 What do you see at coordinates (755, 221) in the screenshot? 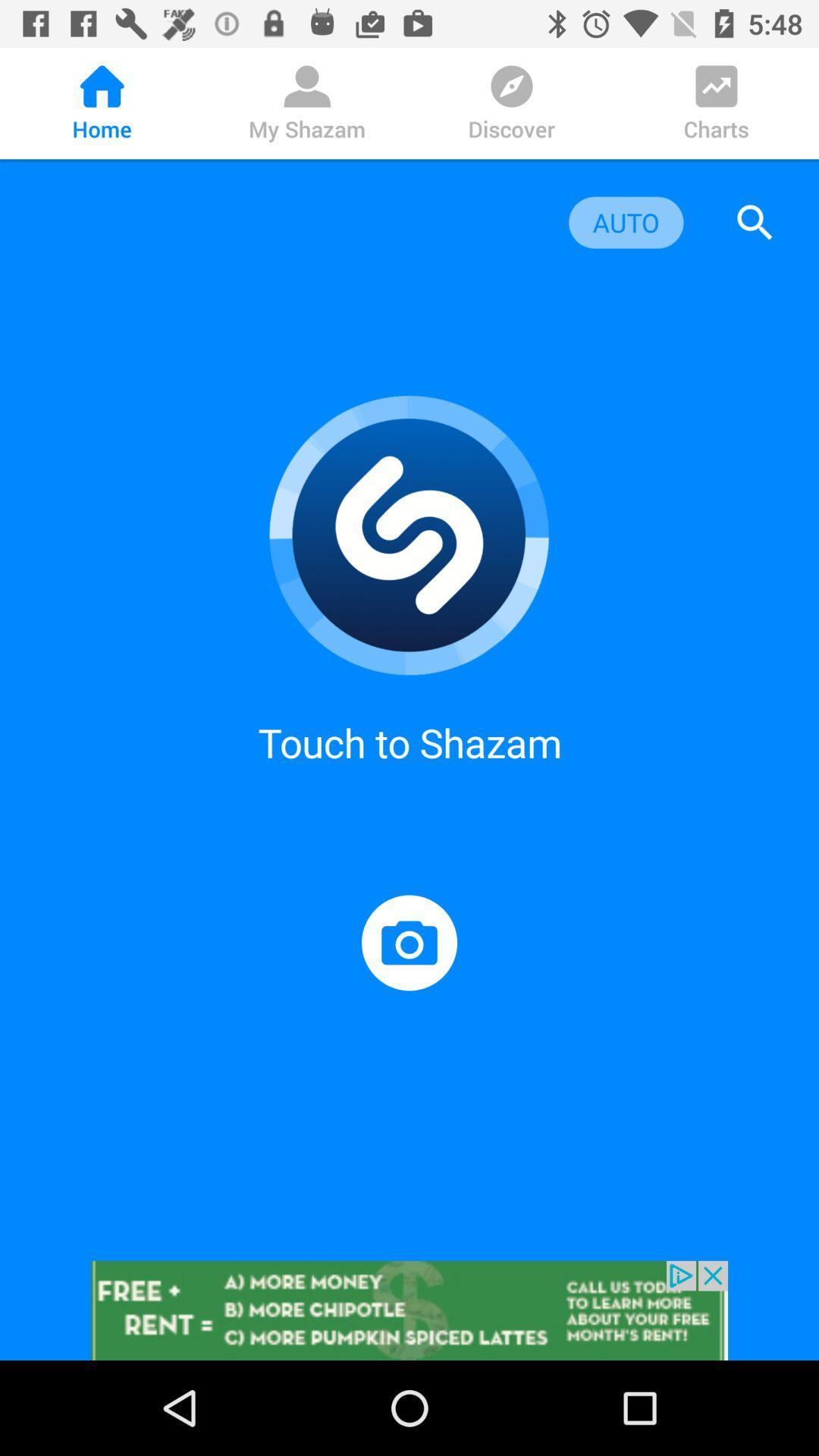
I see `search` at bounding box center [755, 221].